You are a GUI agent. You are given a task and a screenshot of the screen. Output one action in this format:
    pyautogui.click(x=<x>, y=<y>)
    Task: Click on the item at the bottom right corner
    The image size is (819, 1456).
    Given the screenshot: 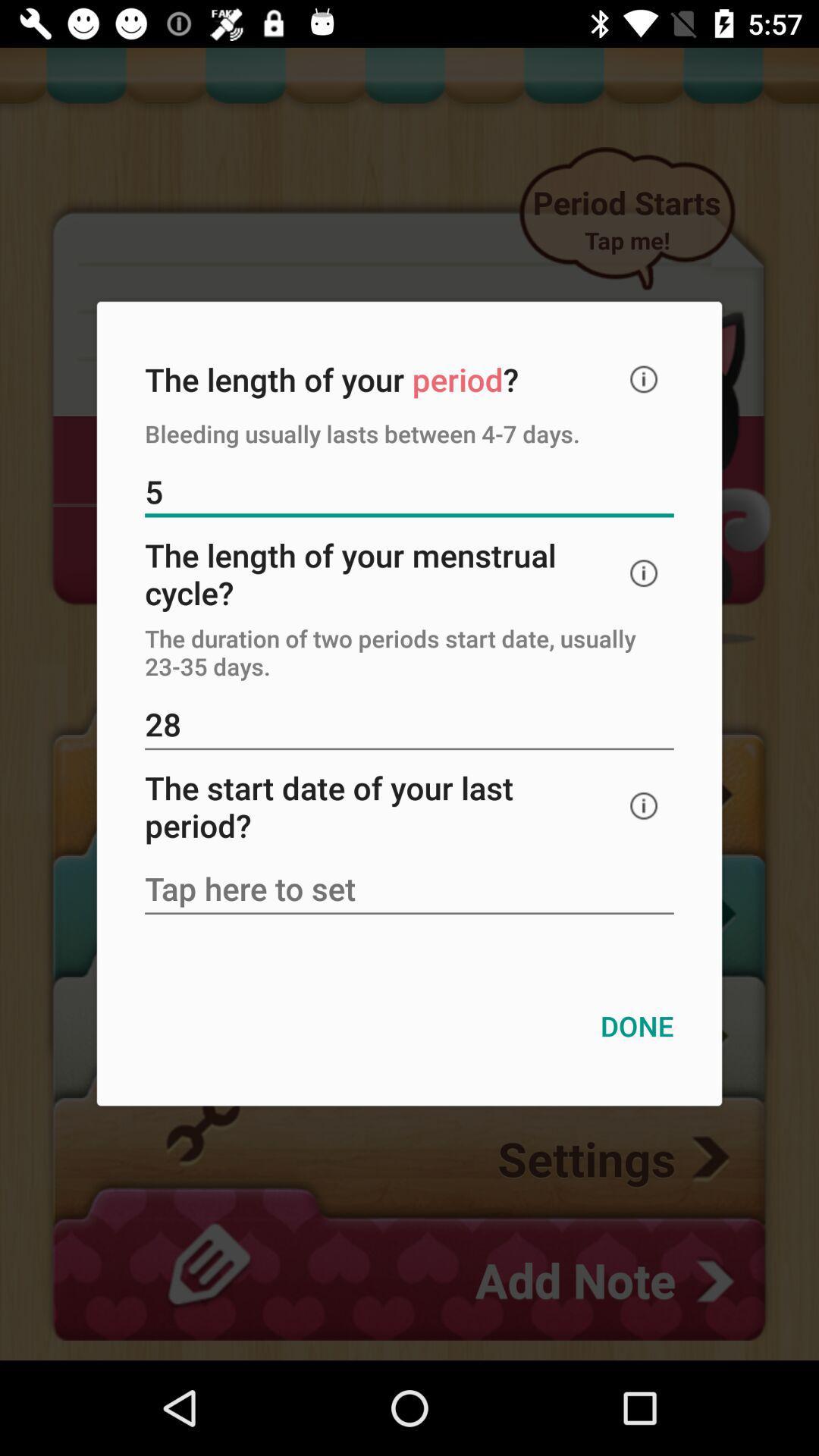 What is the action you would take?
    pyautogui.click(x=637, y=1026)
    